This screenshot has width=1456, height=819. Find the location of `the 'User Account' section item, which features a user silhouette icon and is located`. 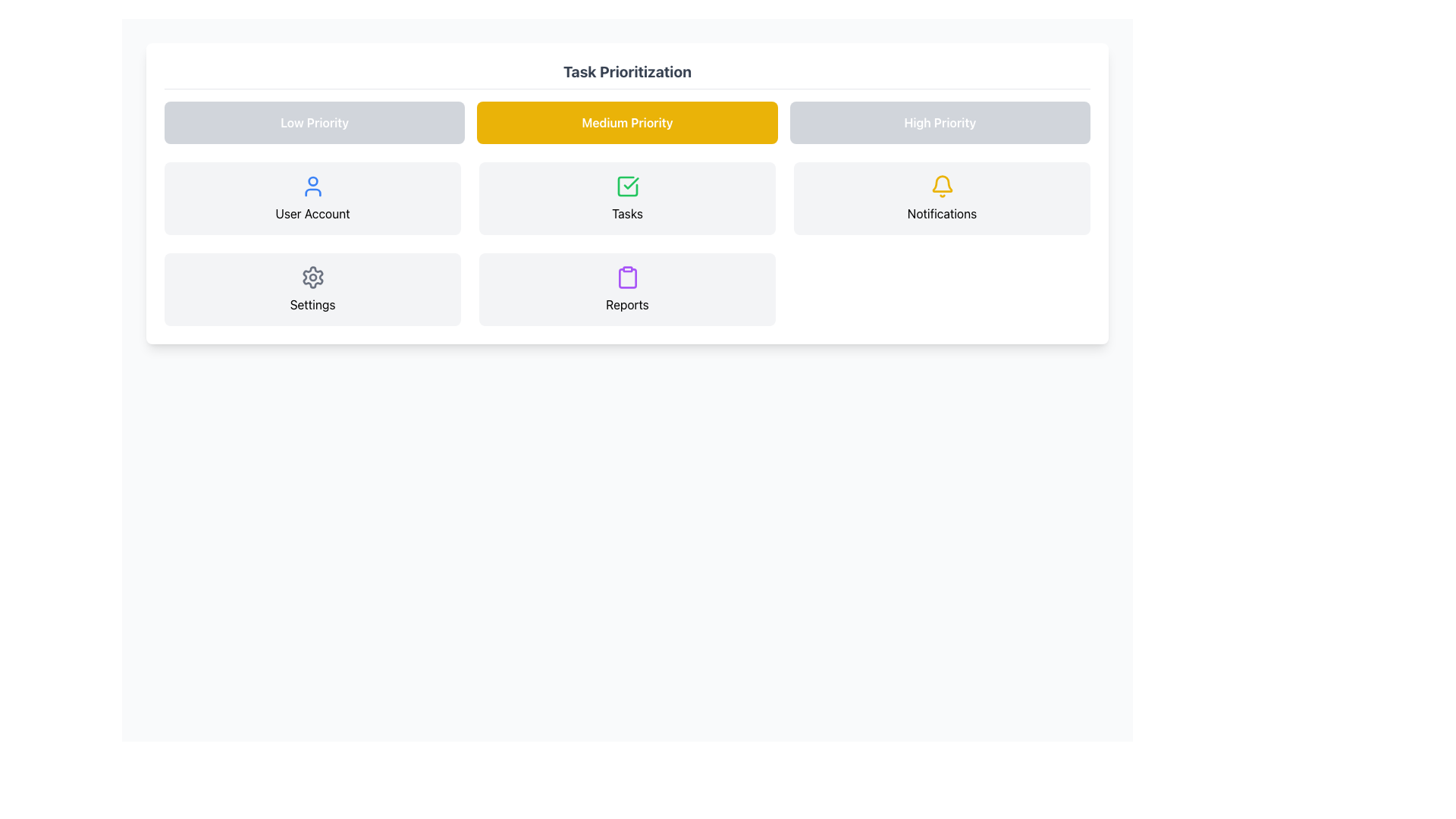

the 'User Account' section item, which features a user silhouette icon and is located is located at coordinates (312, 198).